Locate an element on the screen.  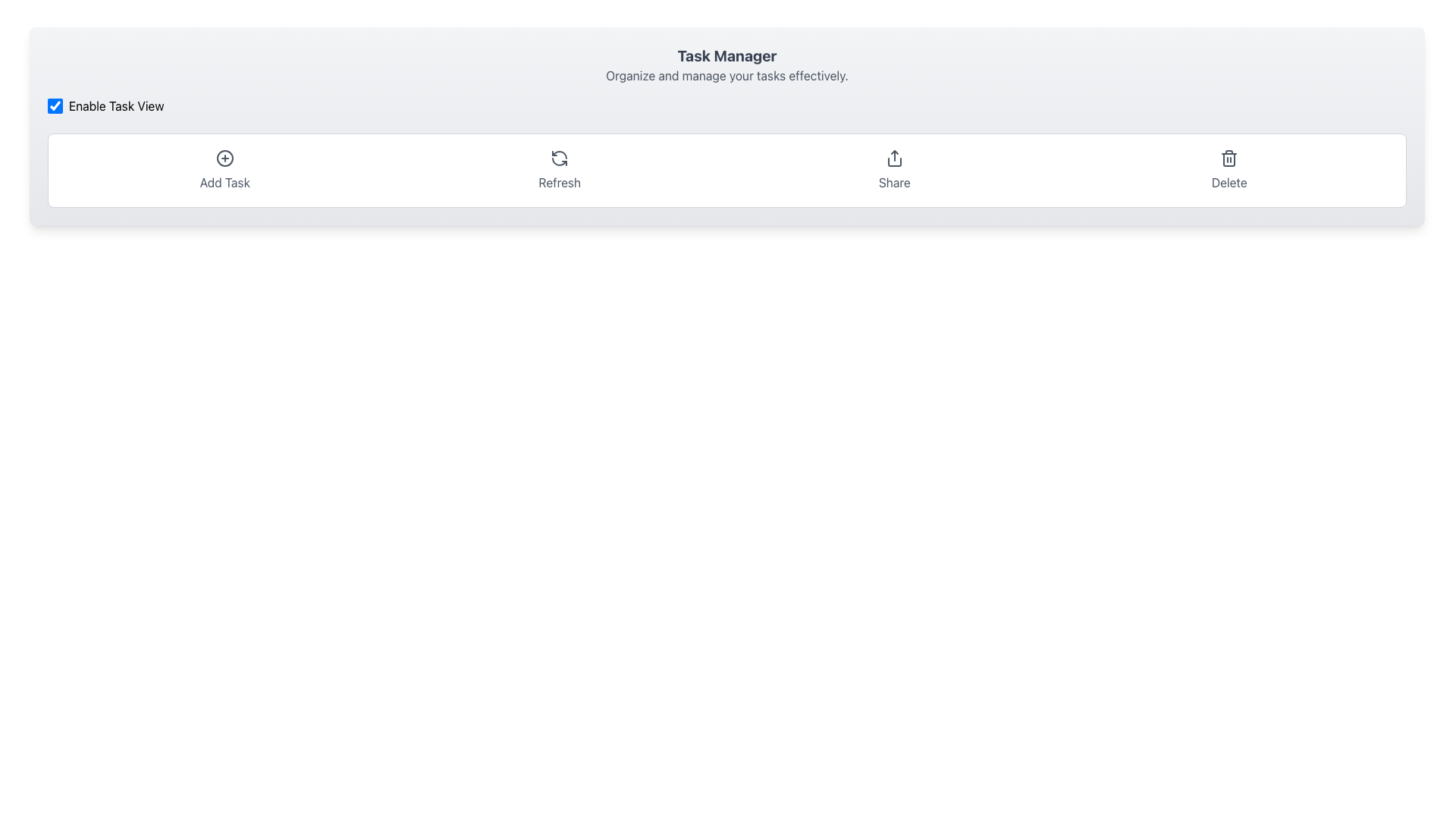
the Text block titled 'Task Manager' which includes the subtitle 'Organize and manage your tasks effectively.' is located at coordinates (726, 64).